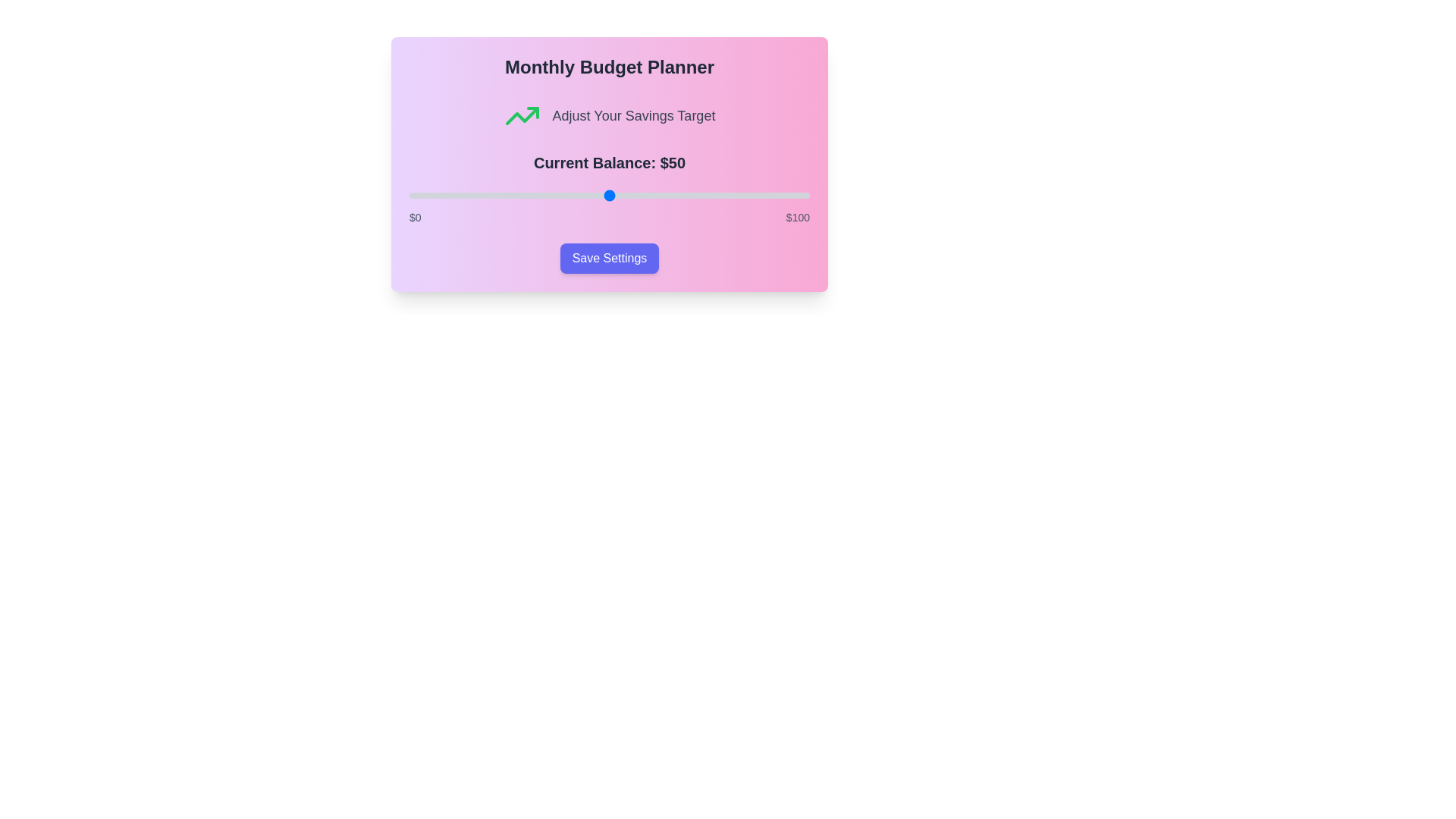  Describe the element at coordinates (538, 195) in the screenshot. I see `the slider to set the balance to 32 value` at that location.